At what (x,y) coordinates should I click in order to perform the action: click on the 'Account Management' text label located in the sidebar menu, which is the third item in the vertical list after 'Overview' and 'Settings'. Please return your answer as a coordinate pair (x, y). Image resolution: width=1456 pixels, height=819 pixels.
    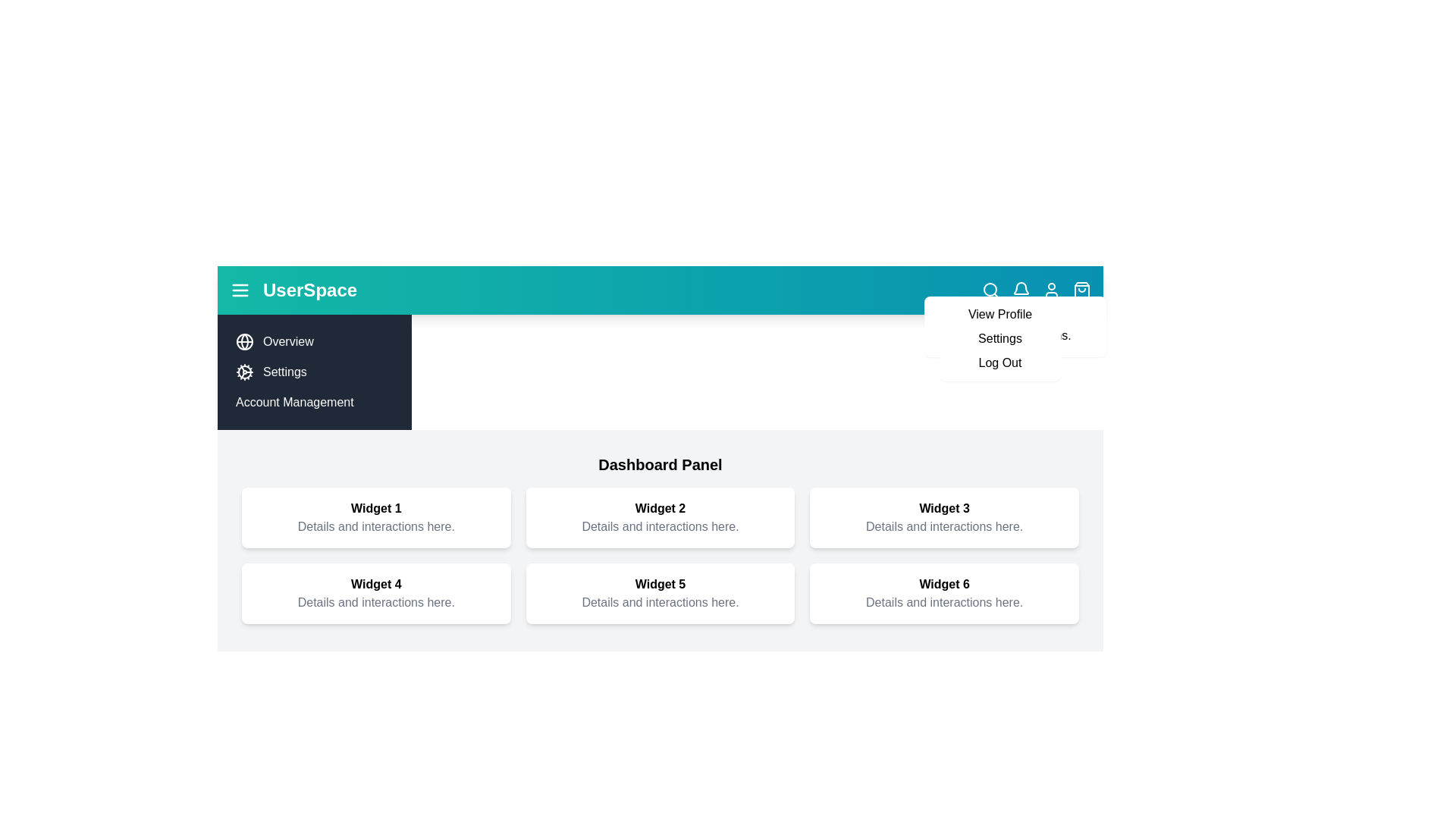
    Looking at the image, I should click on (313, 402).